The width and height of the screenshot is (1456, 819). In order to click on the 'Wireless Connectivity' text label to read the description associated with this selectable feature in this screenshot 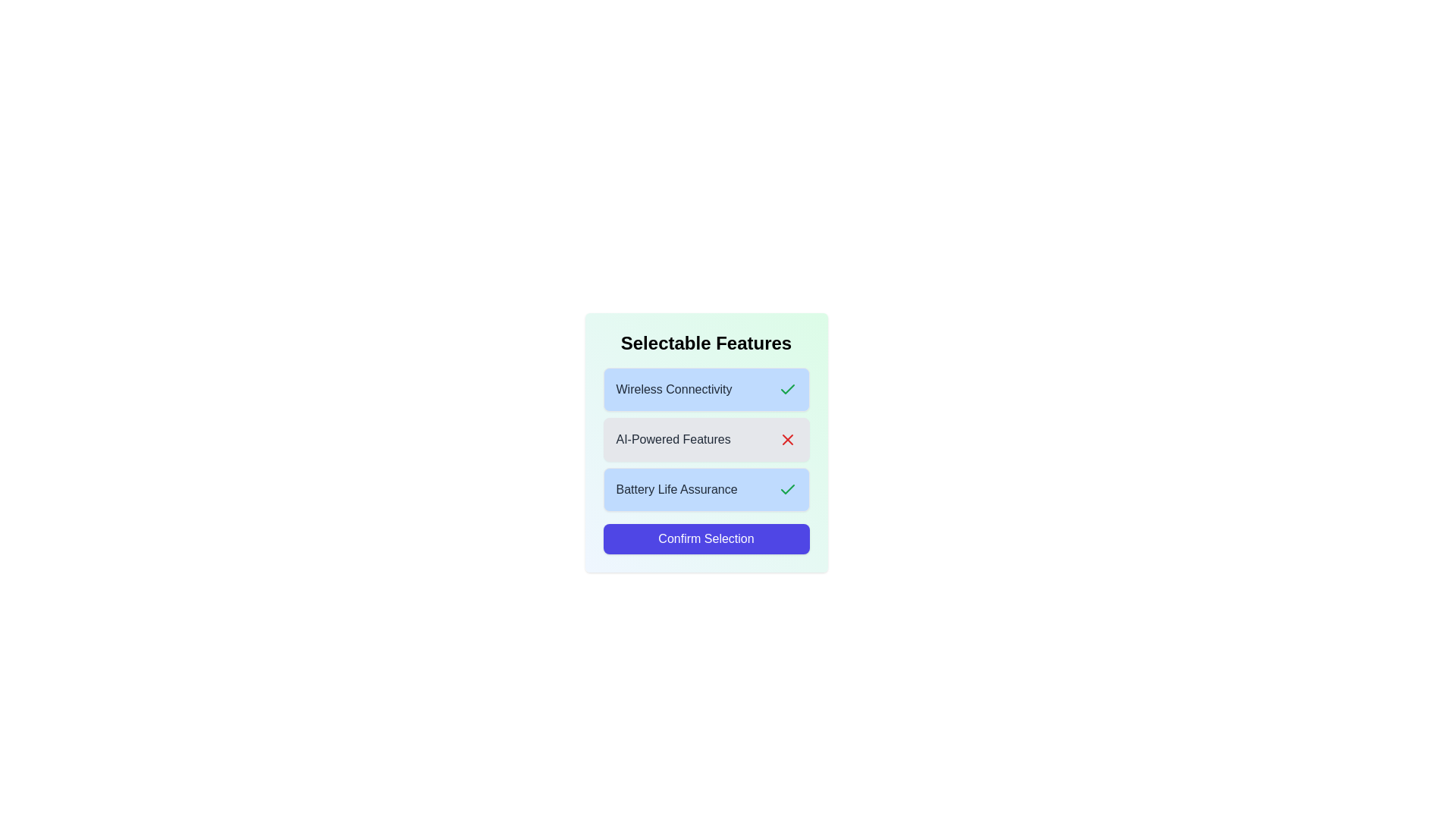, I will do `click(673, 388)`.